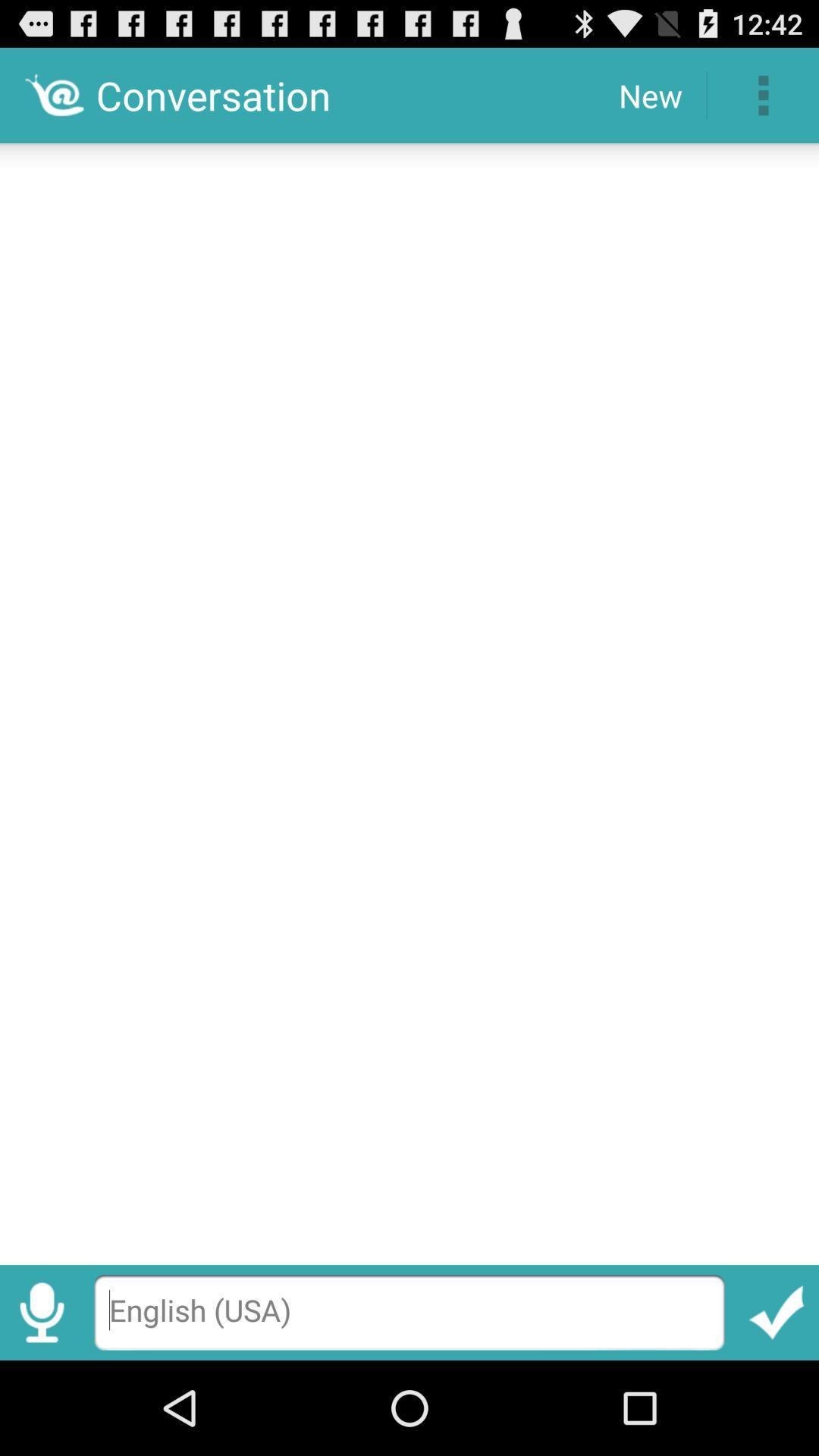  What do you see at coordinates (41, 1404) in the screenshot?
I see `the microphone icon` at bounding box center [41, 1404].